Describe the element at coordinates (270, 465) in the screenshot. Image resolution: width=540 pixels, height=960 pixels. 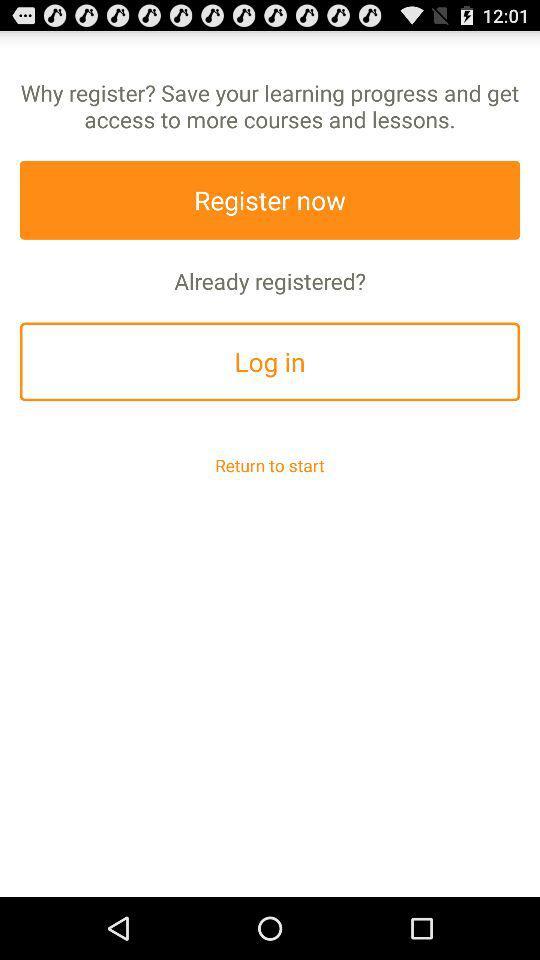
I see `return to start item` at that location.